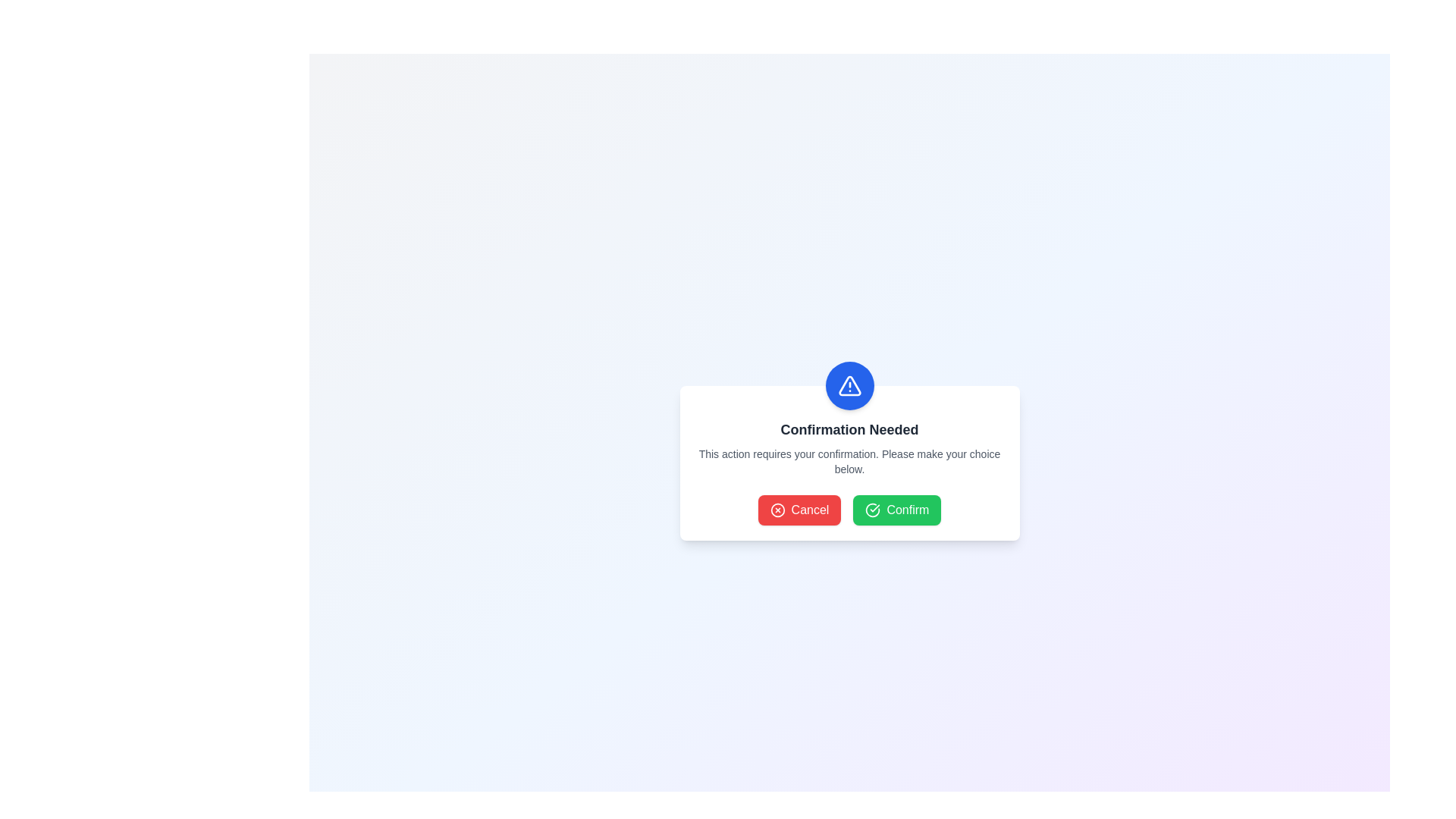  What do you see at coordinates (897, 510) in the screenshot?
I see `the confirmation button located in the bottom-right corner of the modal dialog to observe its hover effects` at bounding box center [897, 510].